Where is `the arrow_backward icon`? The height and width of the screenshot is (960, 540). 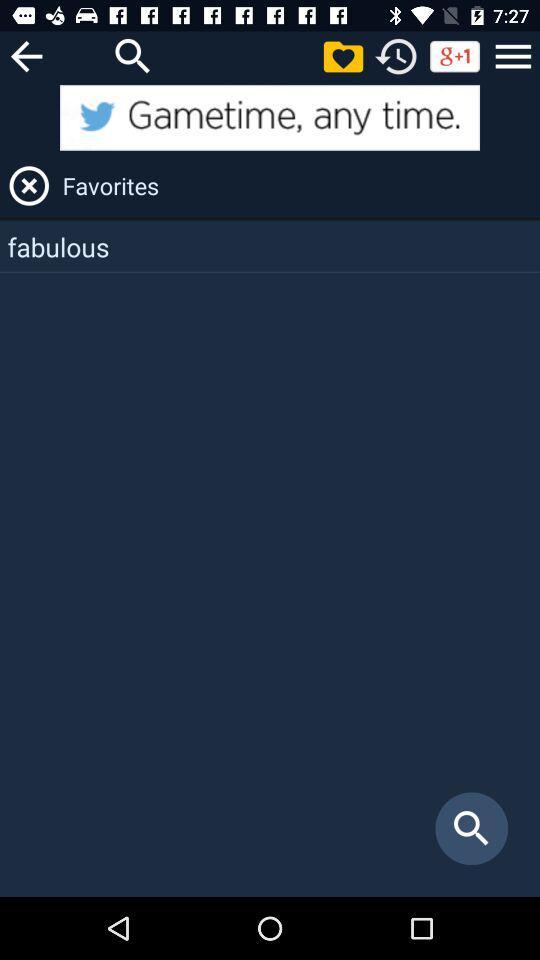 the arrow_backward icon is located at coordinates (25, 55).